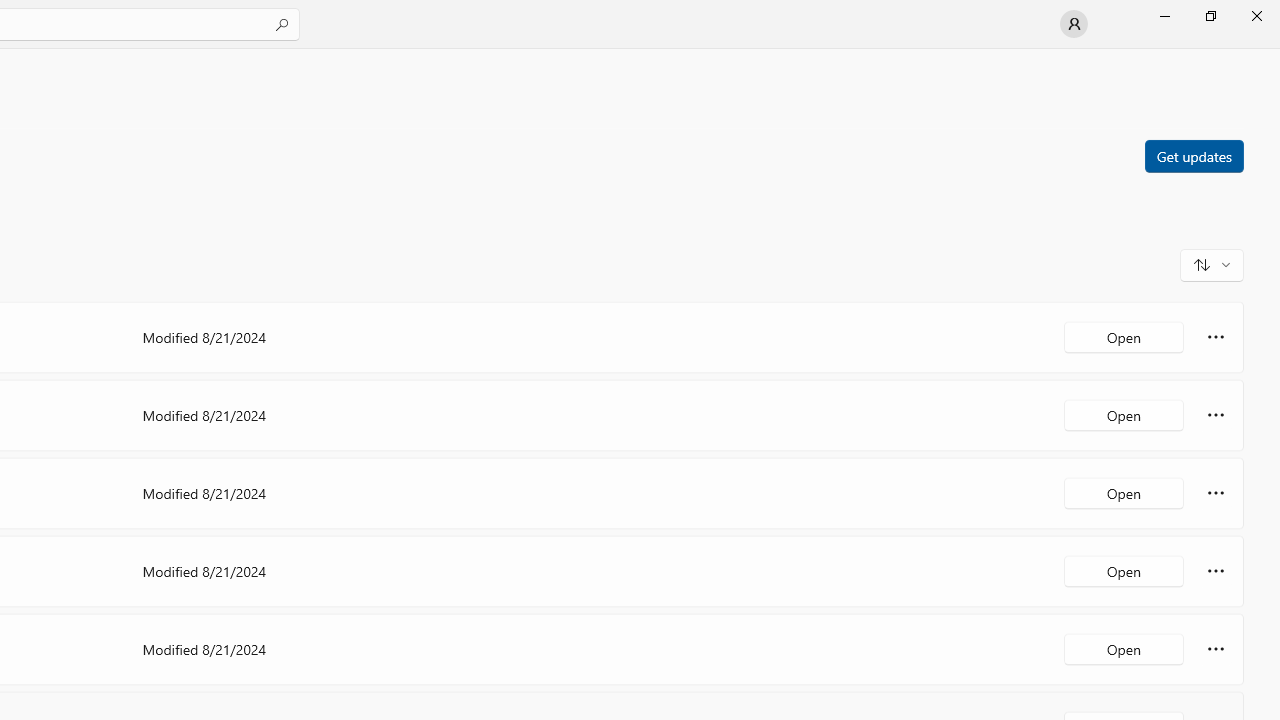 This screenshot has height=720, width=1280. I want to click on 'Get updates', so click(1193, 154).